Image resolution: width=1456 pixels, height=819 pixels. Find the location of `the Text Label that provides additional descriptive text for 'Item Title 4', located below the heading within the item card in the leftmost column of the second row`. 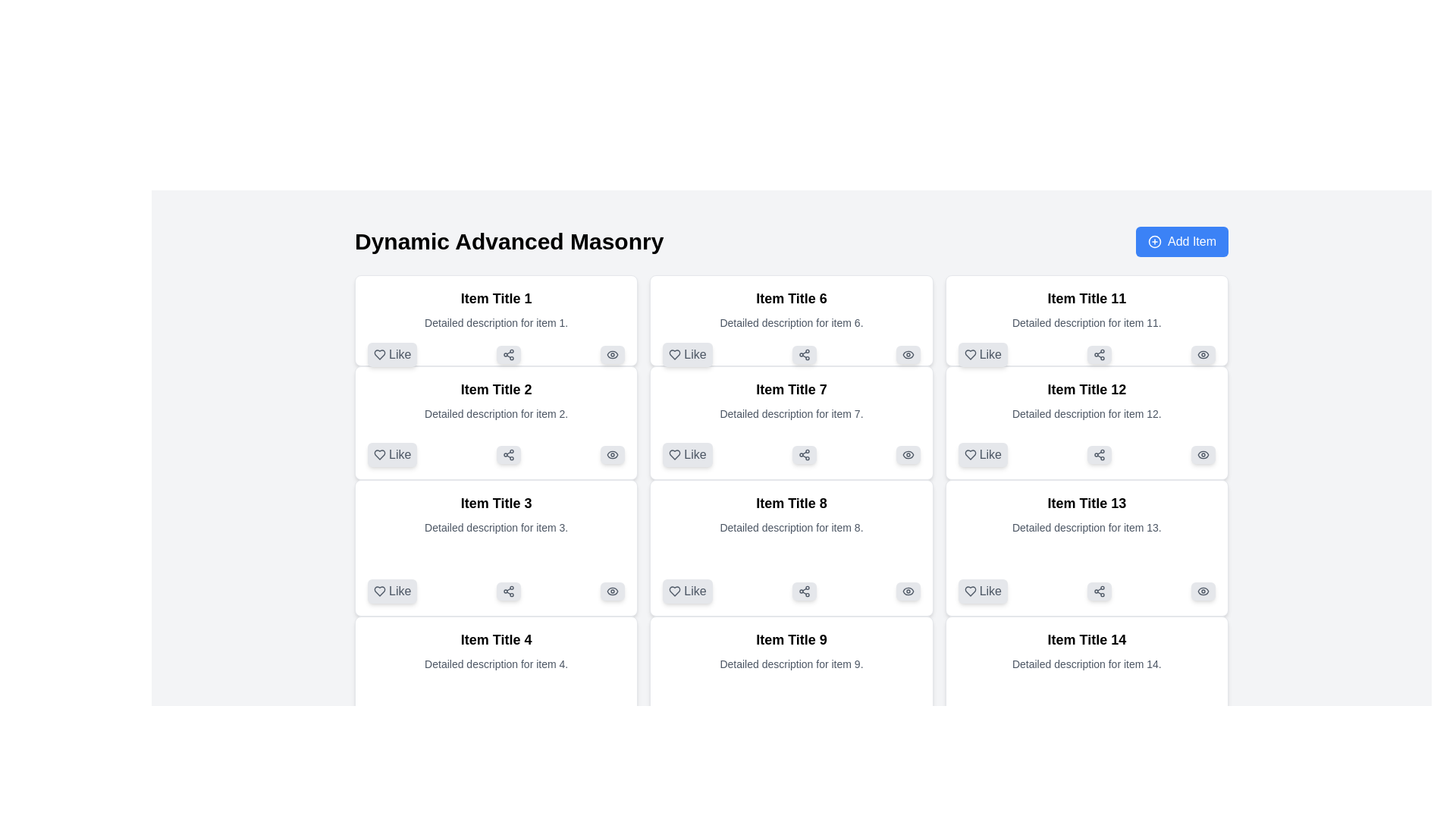

the Text Label that provides additional descriptive text for 'Item Title 4', located below the heading within the item card in the leftmost column of the second row is located at coordinates (496, 663).